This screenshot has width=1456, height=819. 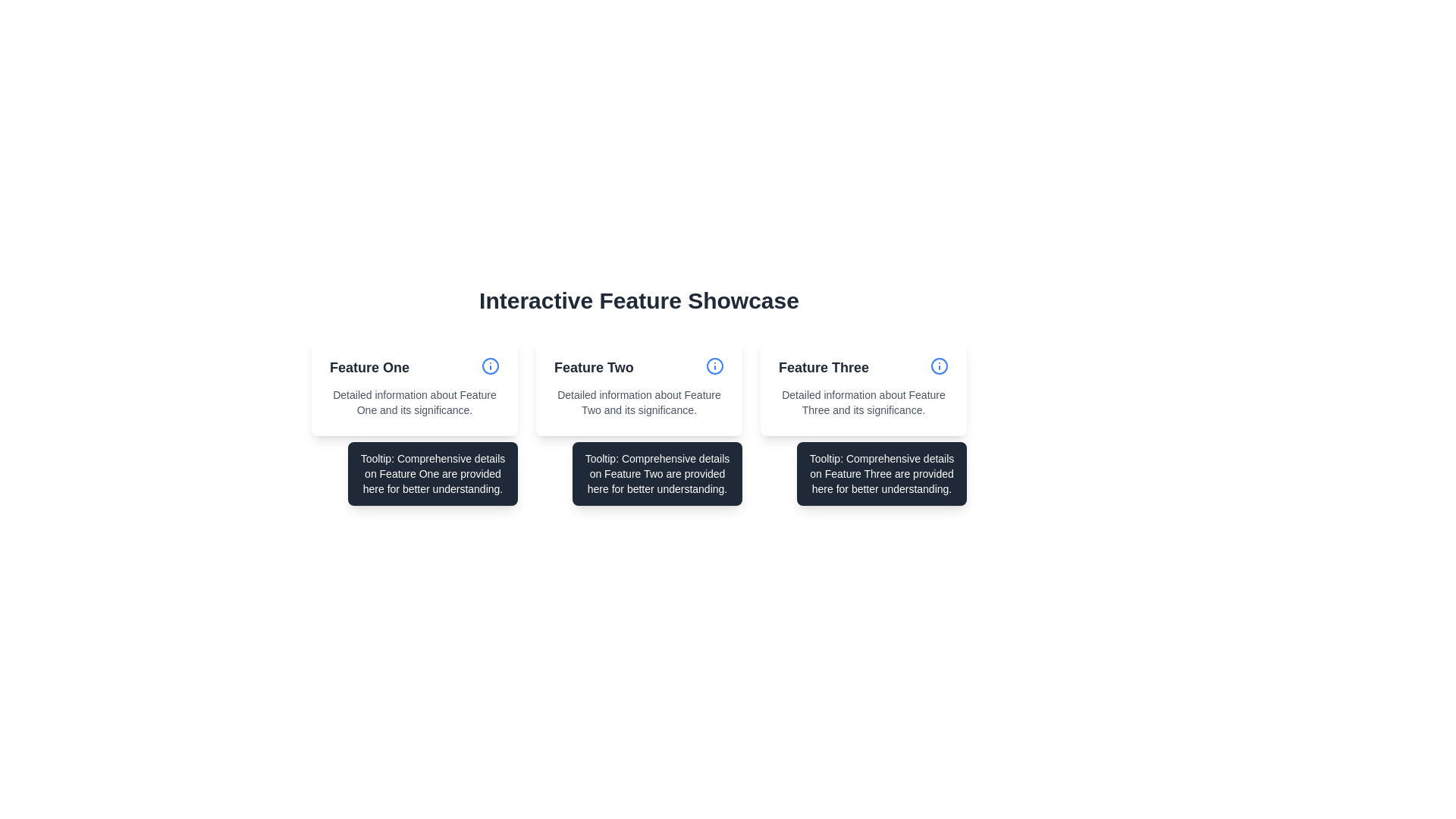 I want to click on the informational icon located to the right of the header text 'Feature Two', so click(x=714, y=368).